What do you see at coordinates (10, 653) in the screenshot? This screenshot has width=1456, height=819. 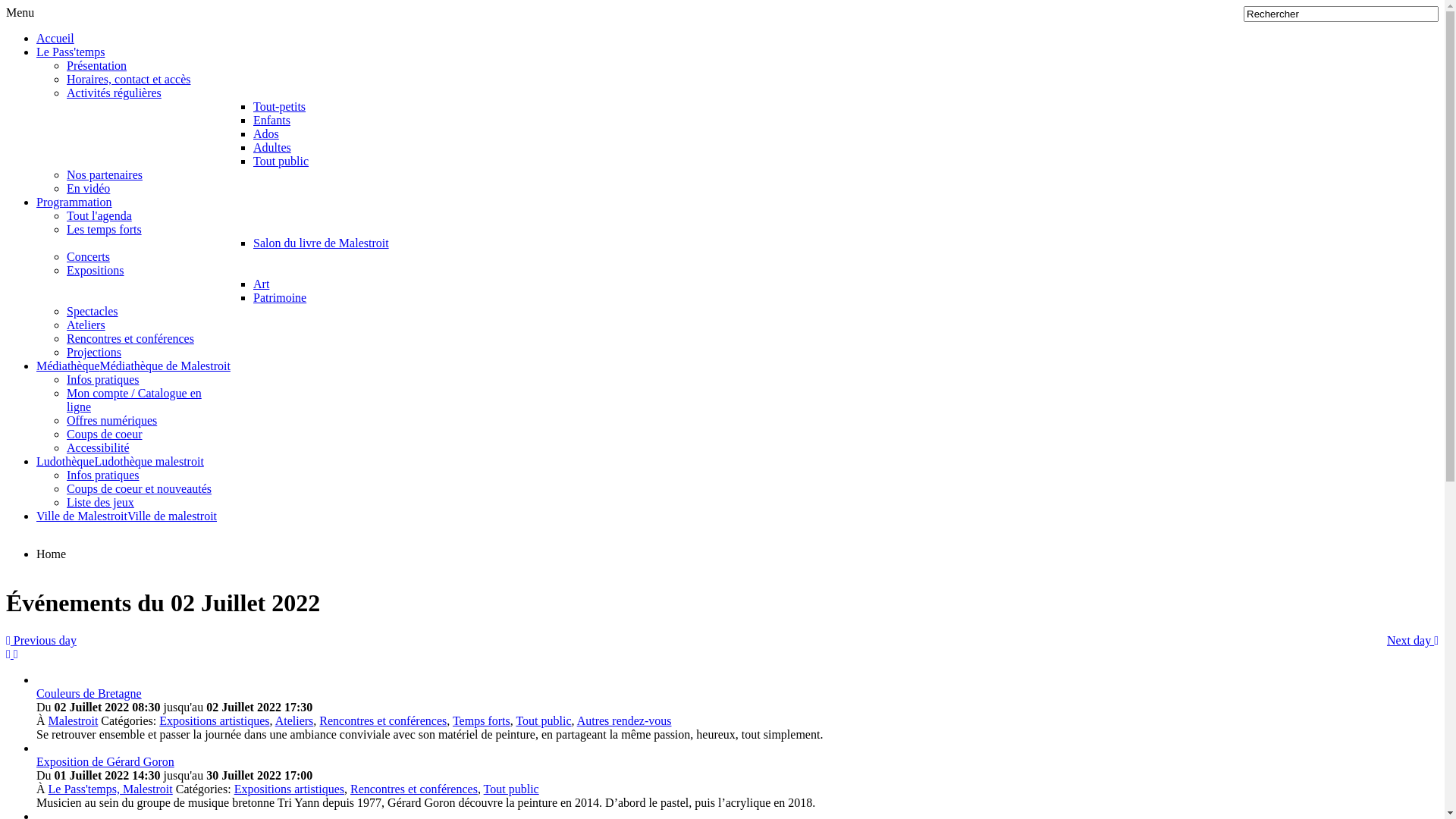 I see `'Flux RSS'` at bounding box center [10, 653].